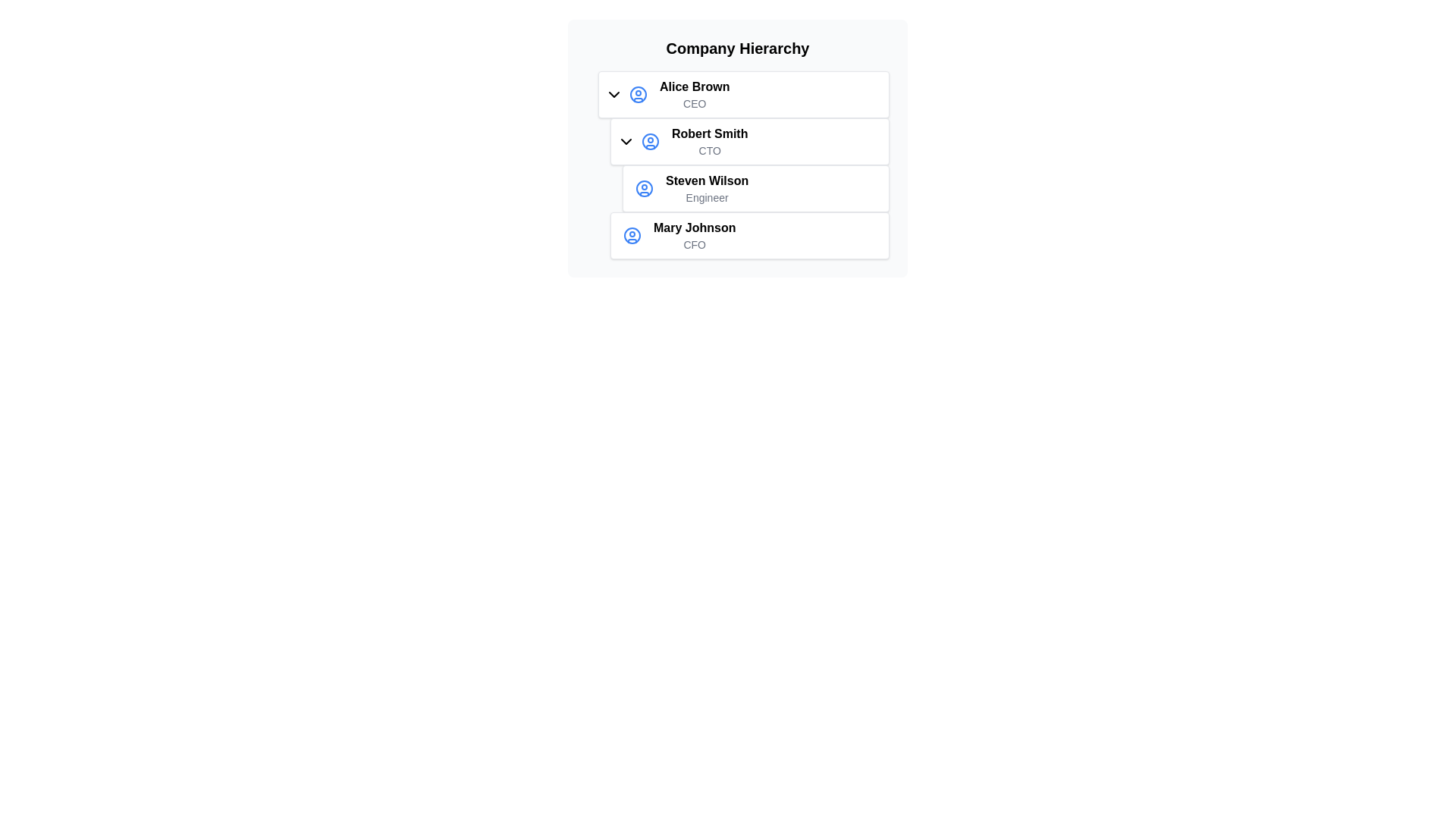 Image resolution: width=1456 pixels, height=819 pixels. I want to click on text block displaying 'Mary Johnson' with the designation 'CFO', which is aligned to the right of a blue circular user icon in the last row of the 'Company Hierarchy' list, so click(694, 236).